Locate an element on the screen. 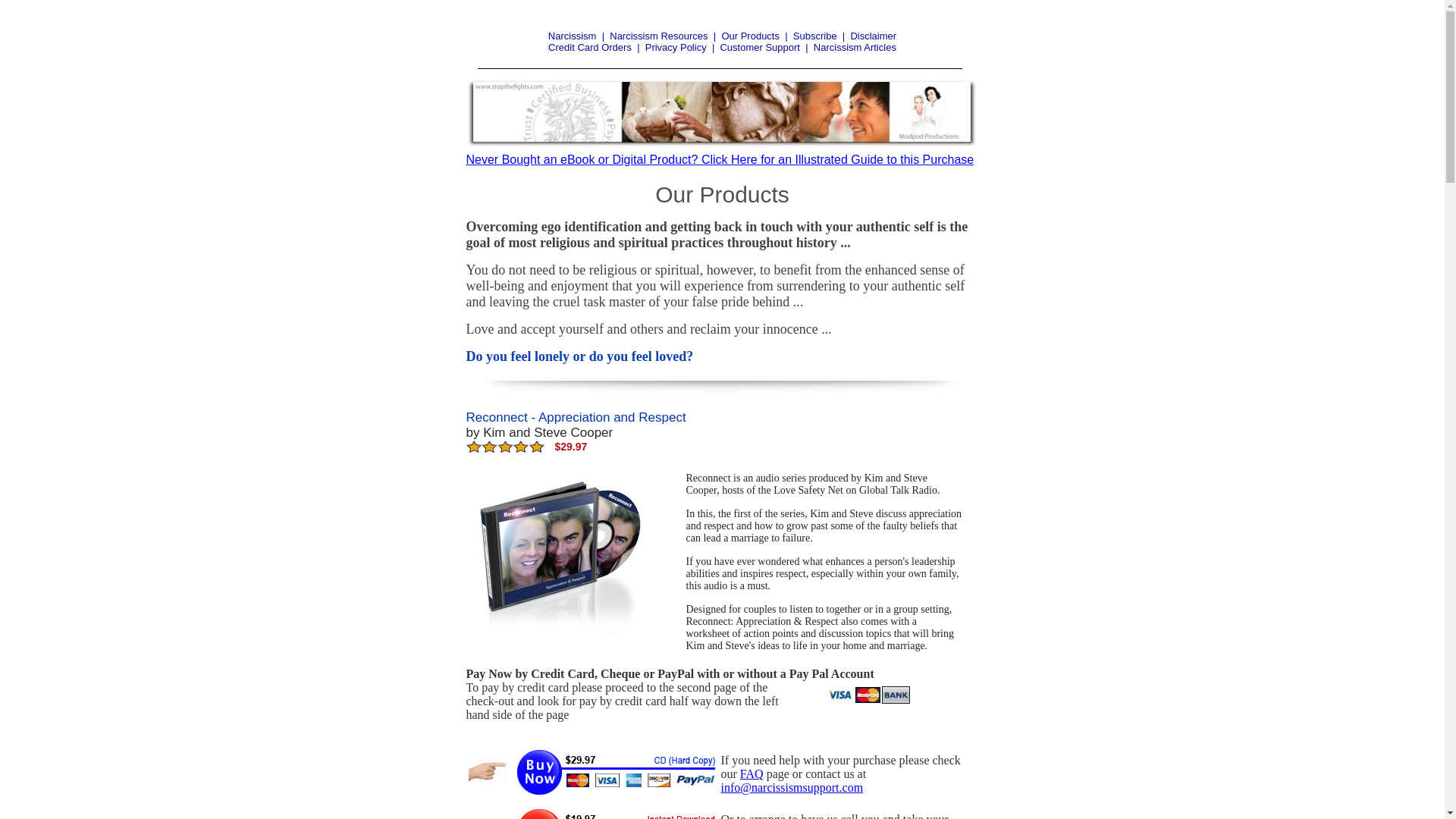 This screenshot has width=1456, height=819. 'Subscribe' is located at coordinates (814, 35).